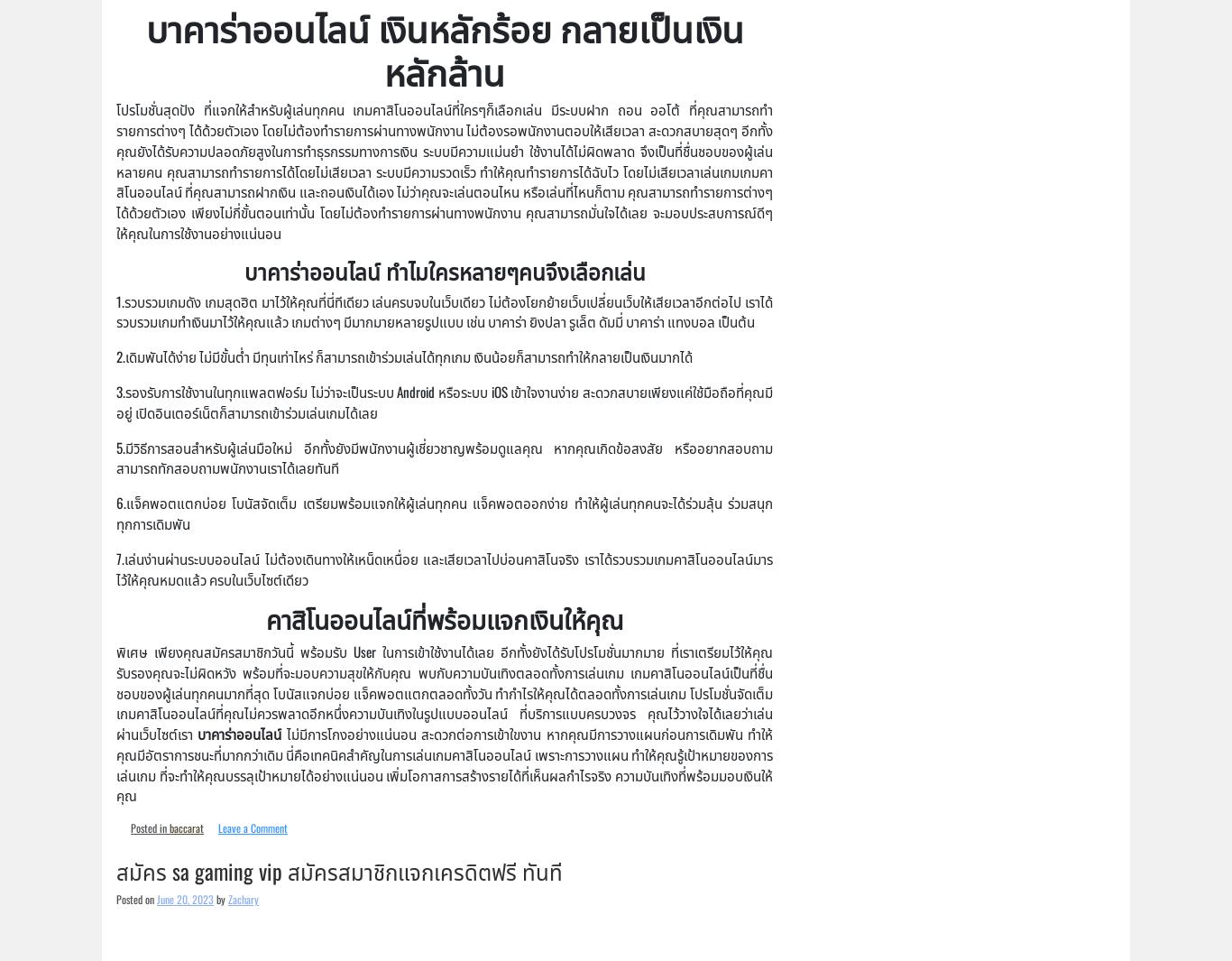  I want to click on 'June 20, 2023', so click(184, 899).